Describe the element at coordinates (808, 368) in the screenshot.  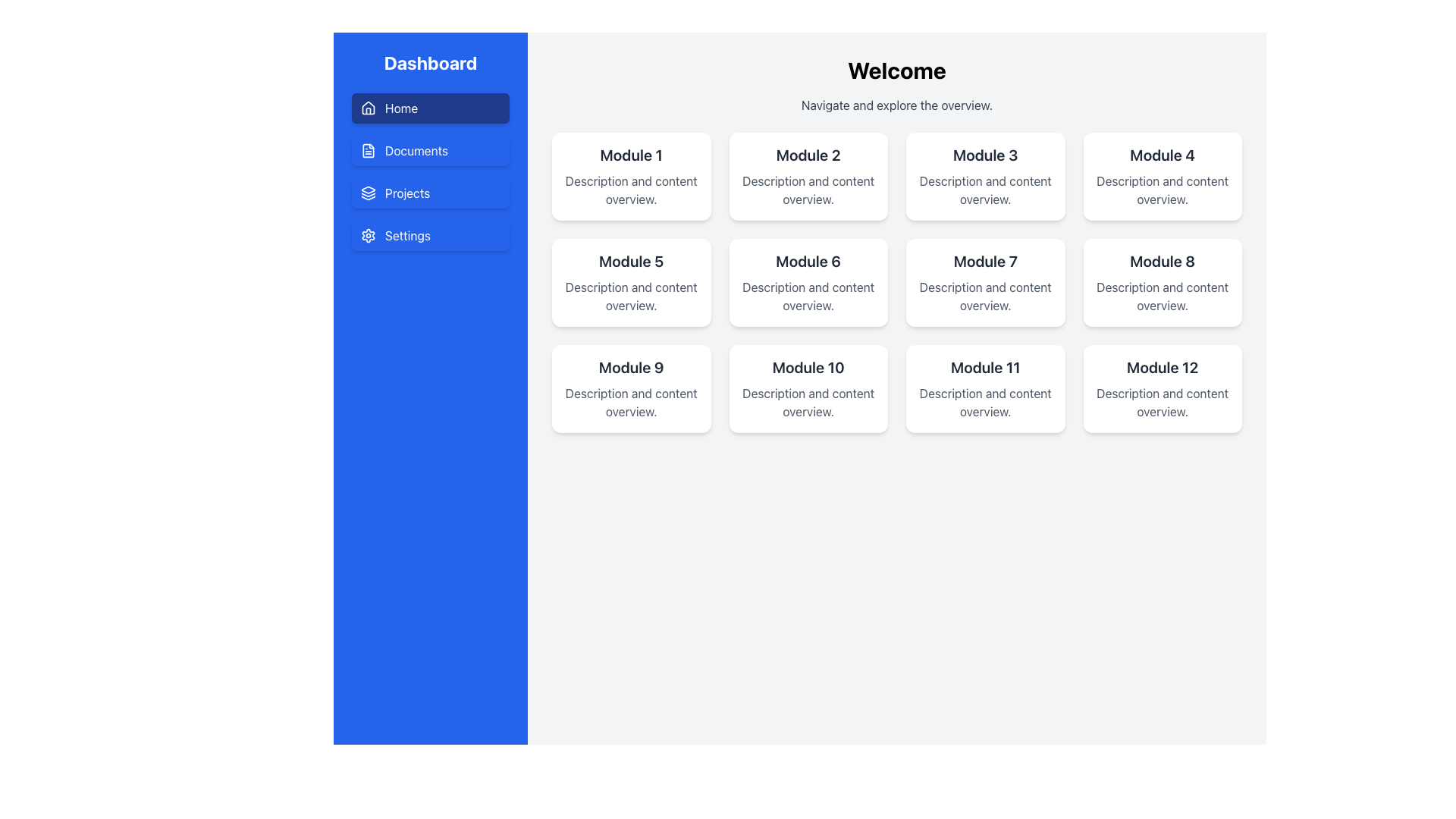
I see `the 'Module 10' text label displayed in bold, large-sized font within a white card, located in the second row and third column of the grid, above the subtitle 'Description and content overview.'` at that location.